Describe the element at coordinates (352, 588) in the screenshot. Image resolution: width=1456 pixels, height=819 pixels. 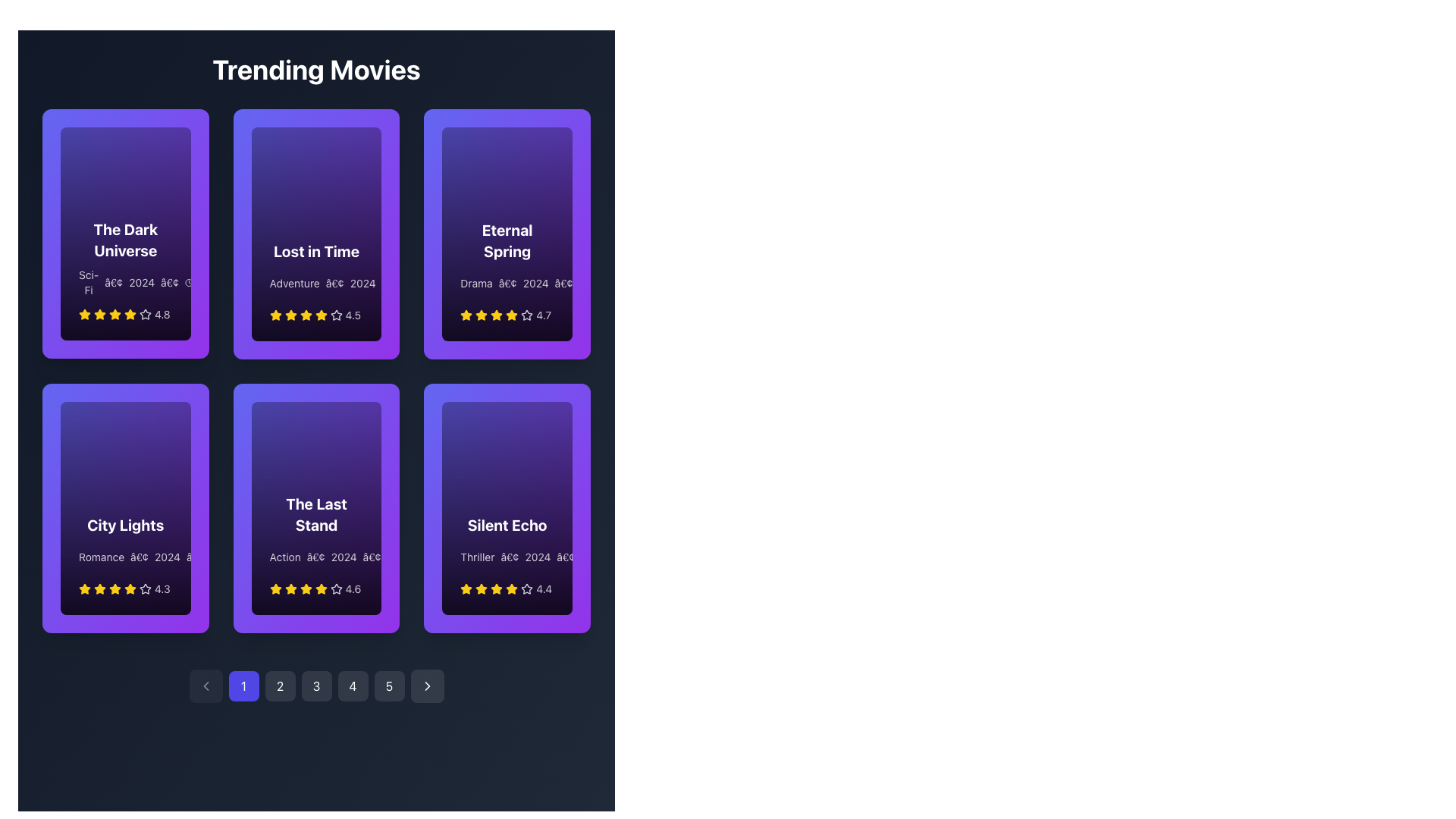
I see `displayed rating value of the text label showing '4.6', which is positioned under the movie card labeled 'The Last Stand' in the second row of the grid` at that location.